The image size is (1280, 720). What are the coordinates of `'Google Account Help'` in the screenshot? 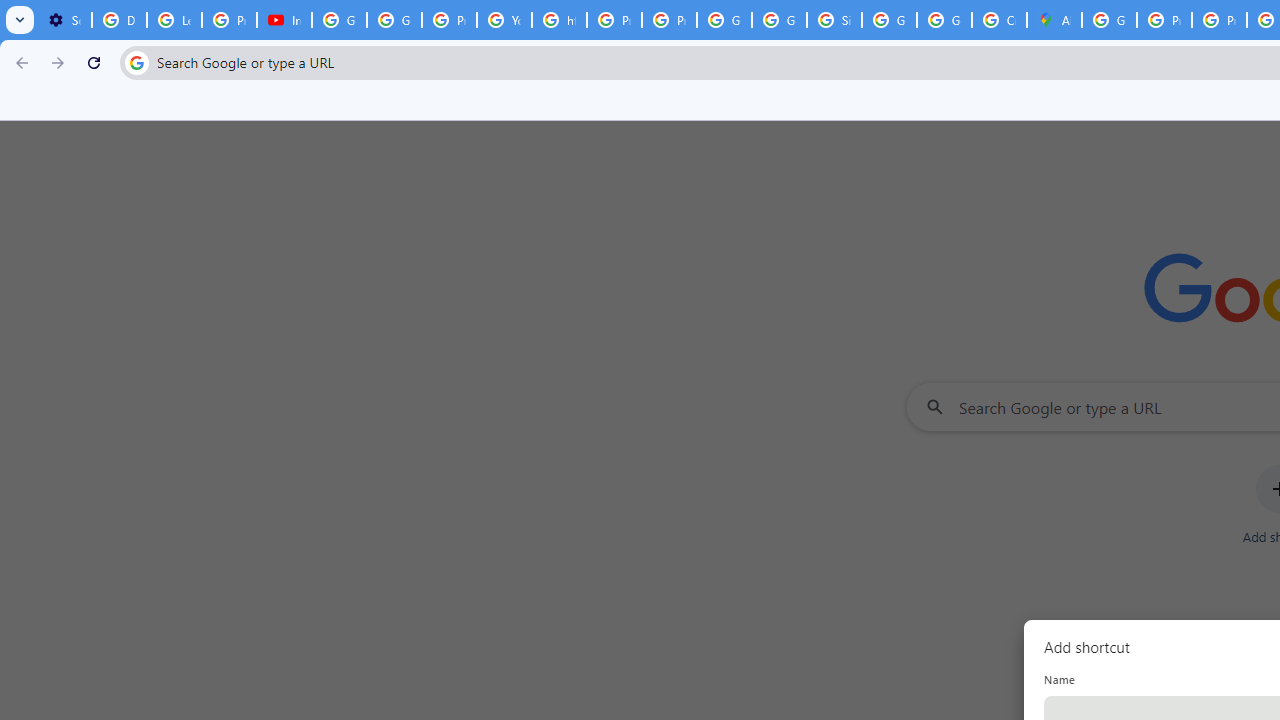 It's located at (339, 20).